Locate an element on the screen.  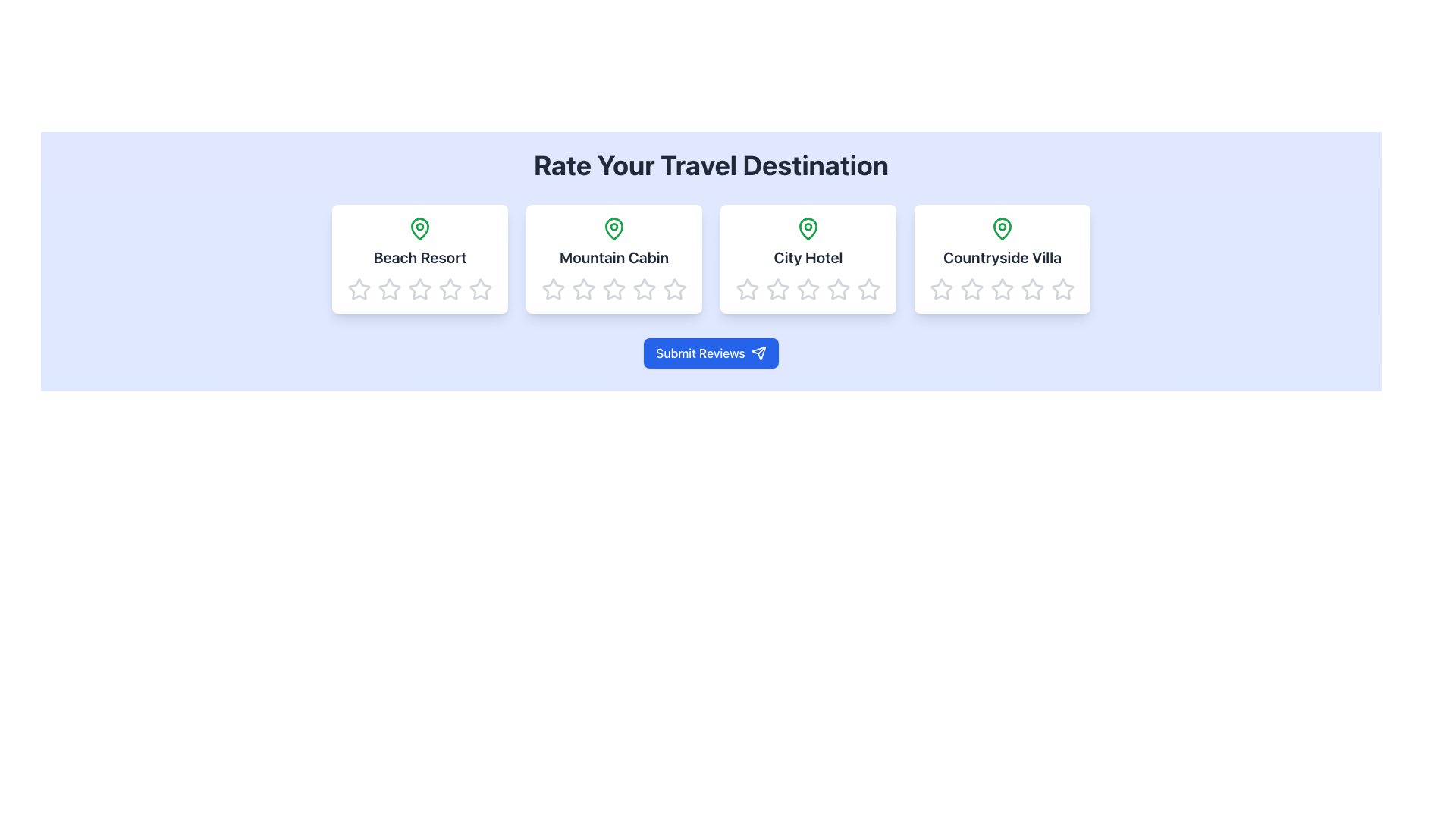
the fifth star icon in the rating interface to set the rating for the 'Countryside Villa' entry is located at coordinates (1062, 289).